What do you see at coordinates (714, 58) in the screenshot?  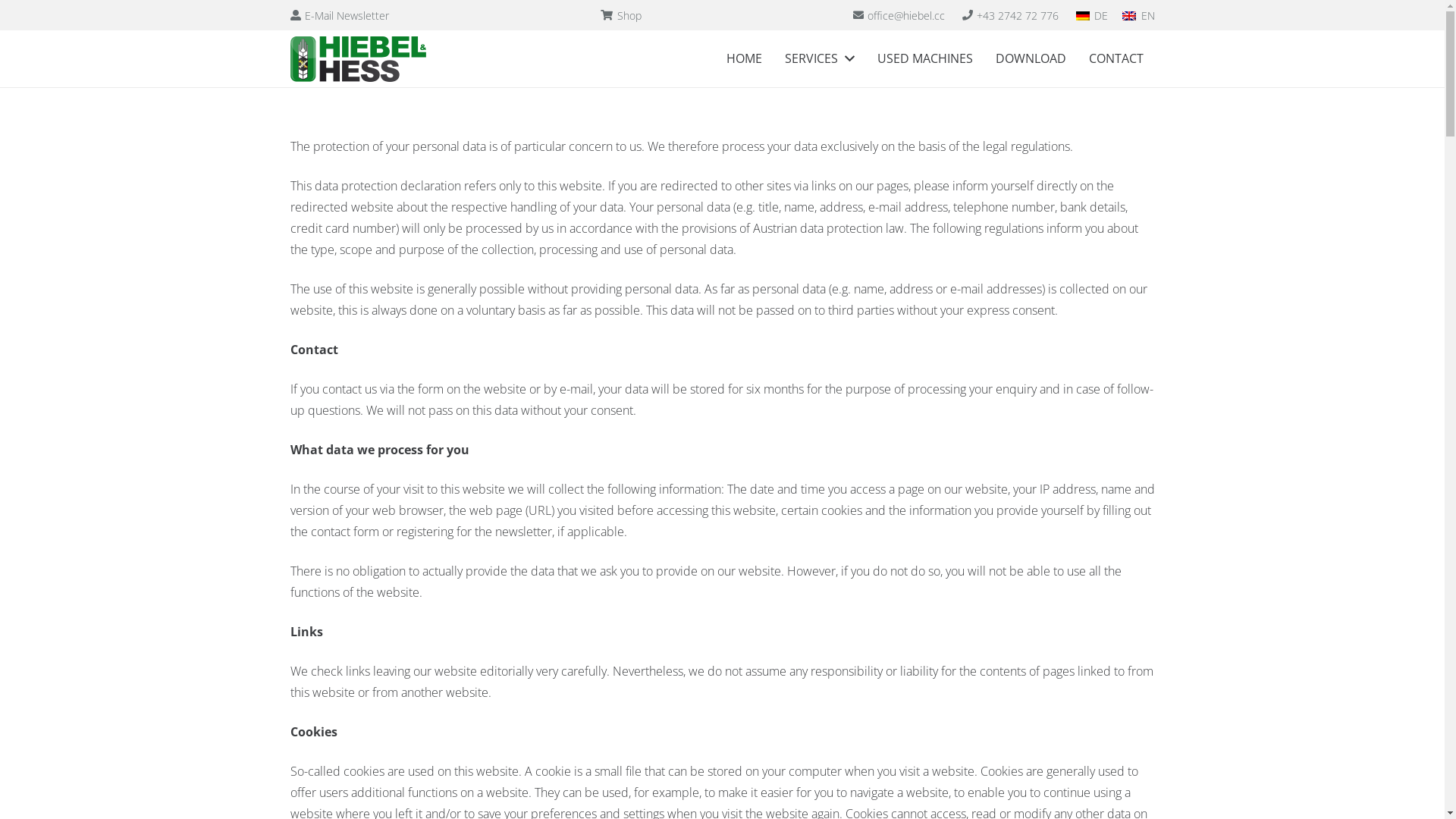 I see `'HOME'` at bounding box center [714, 58].